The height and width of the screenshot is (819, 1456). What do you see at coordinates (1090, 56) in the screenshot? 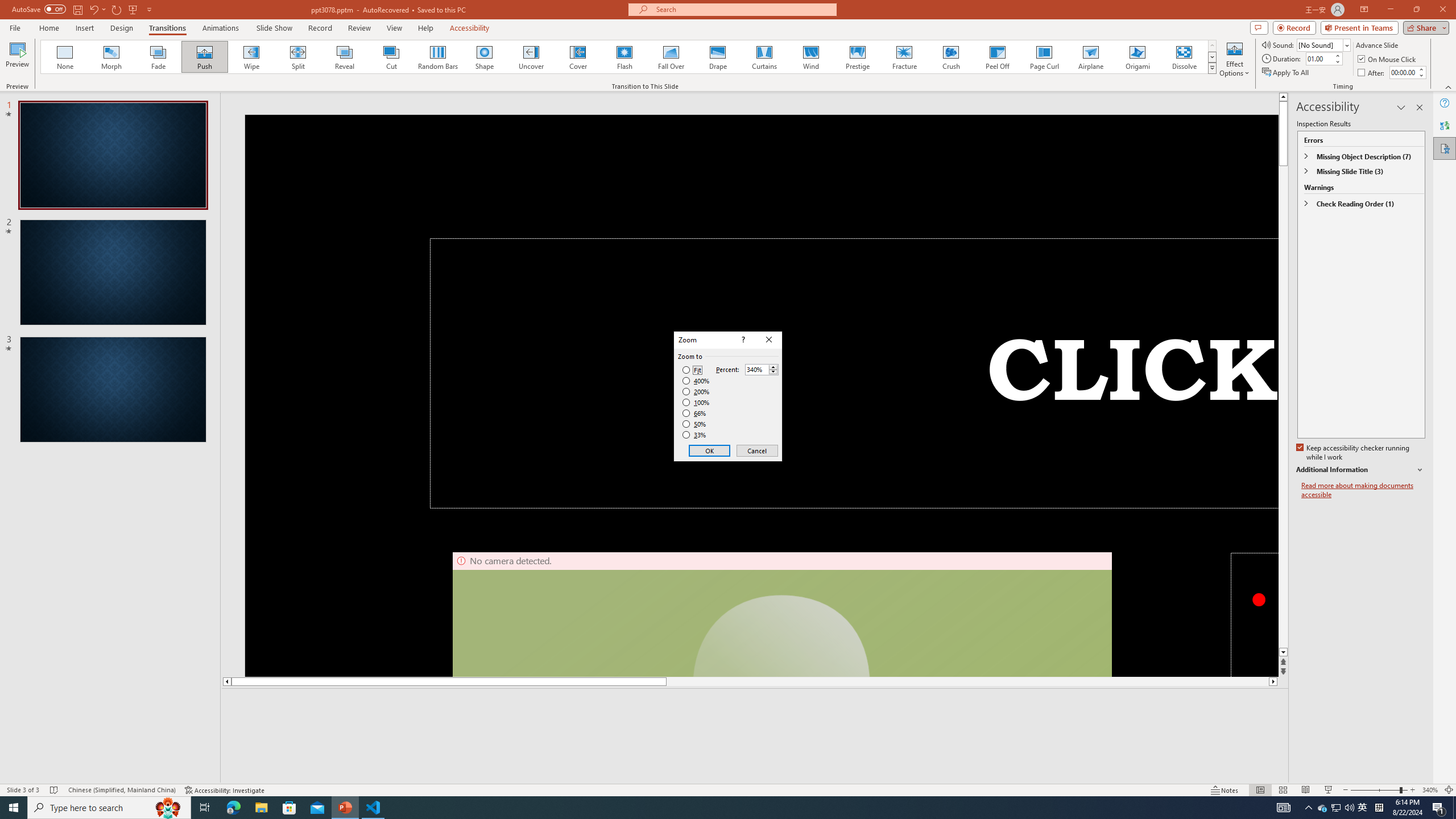
I see `'Airplane'` at bounding box center [1090, 56].